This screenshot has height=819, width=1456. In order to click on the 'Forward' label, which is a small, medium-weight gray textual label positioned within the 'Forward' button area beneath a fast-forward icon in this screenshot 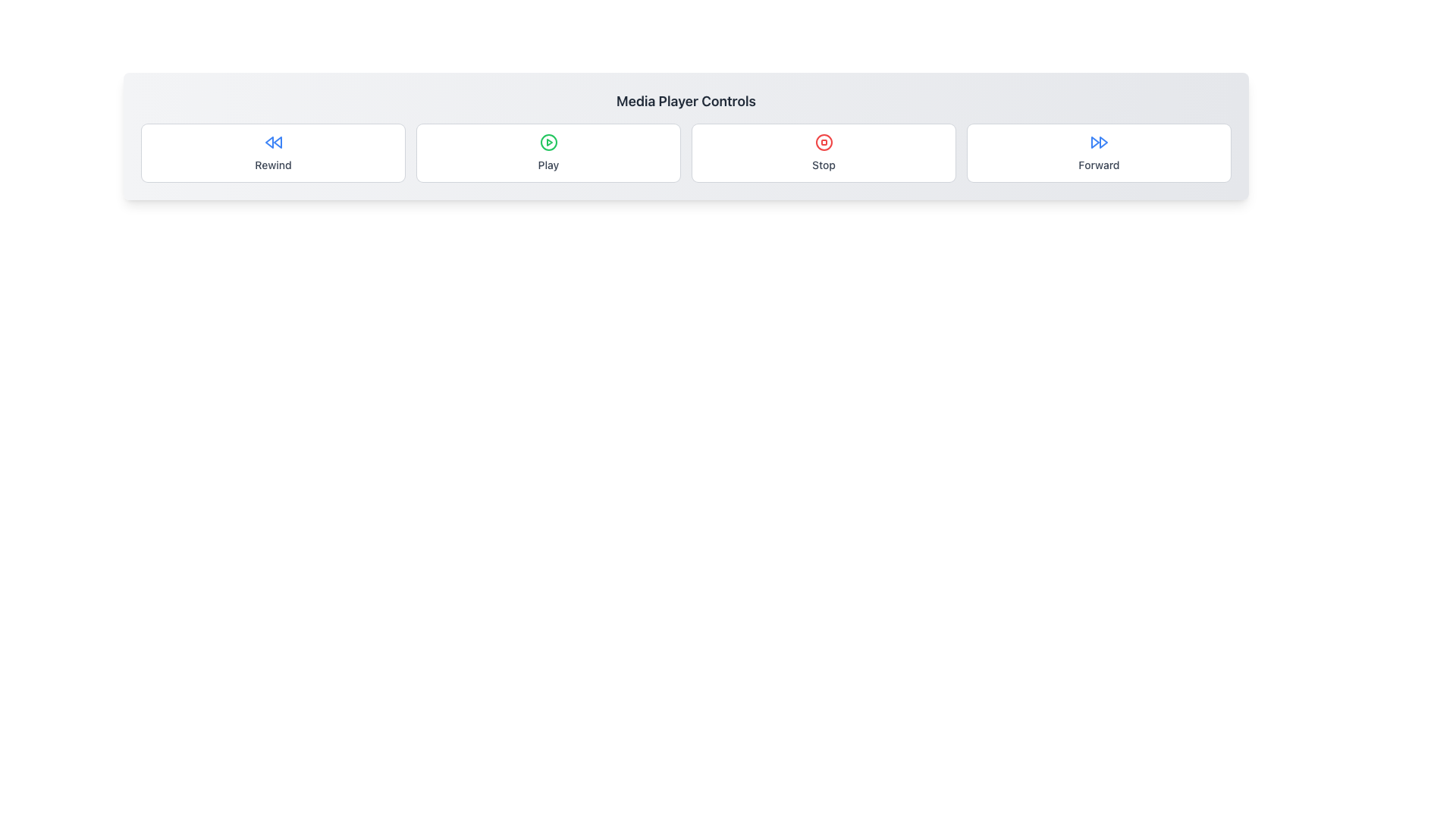, I will do `click(1099, 165)`.